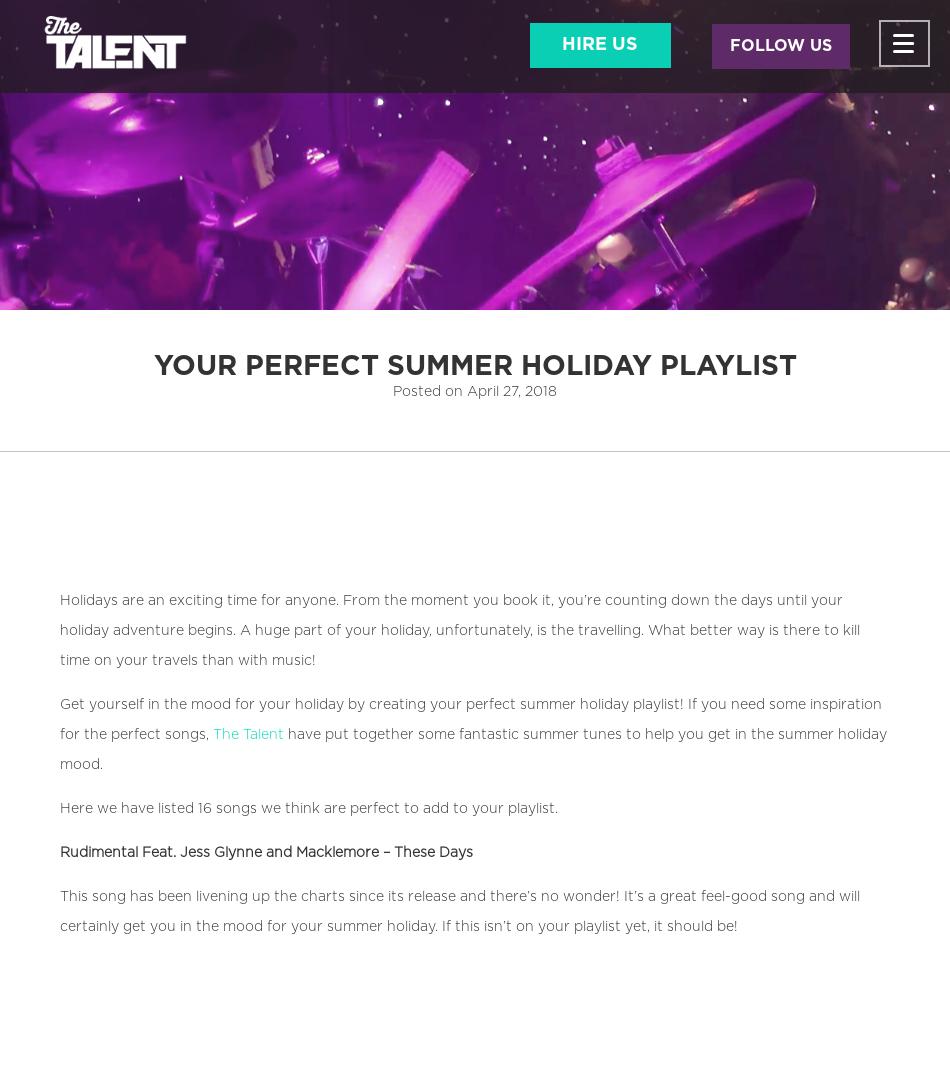  I want to click on 'Rudimental Feat. Jess Glynne and Macklemore – These Days', so click(265, 851).